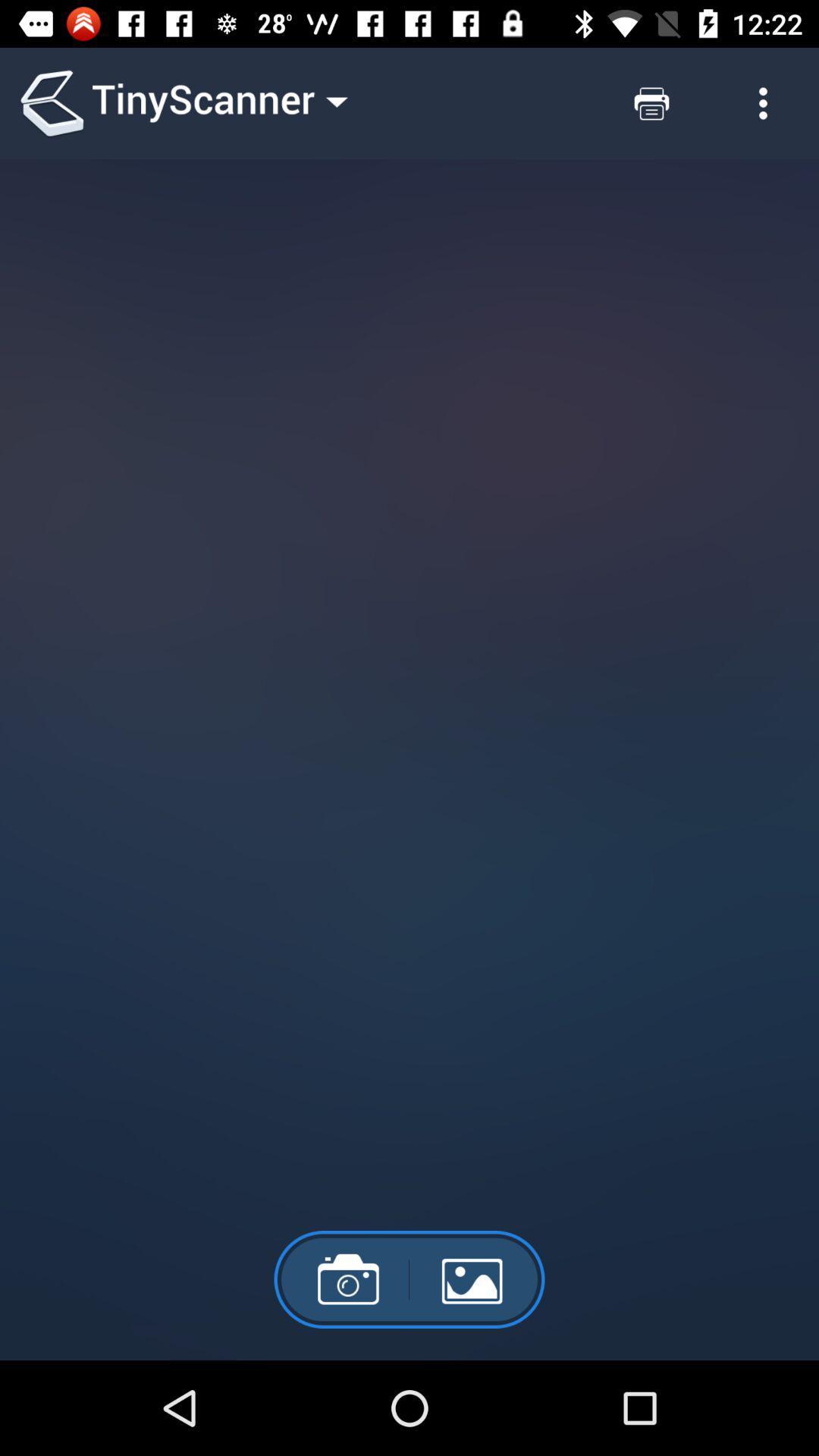  I want to click on the more icon, so click(763, 102).